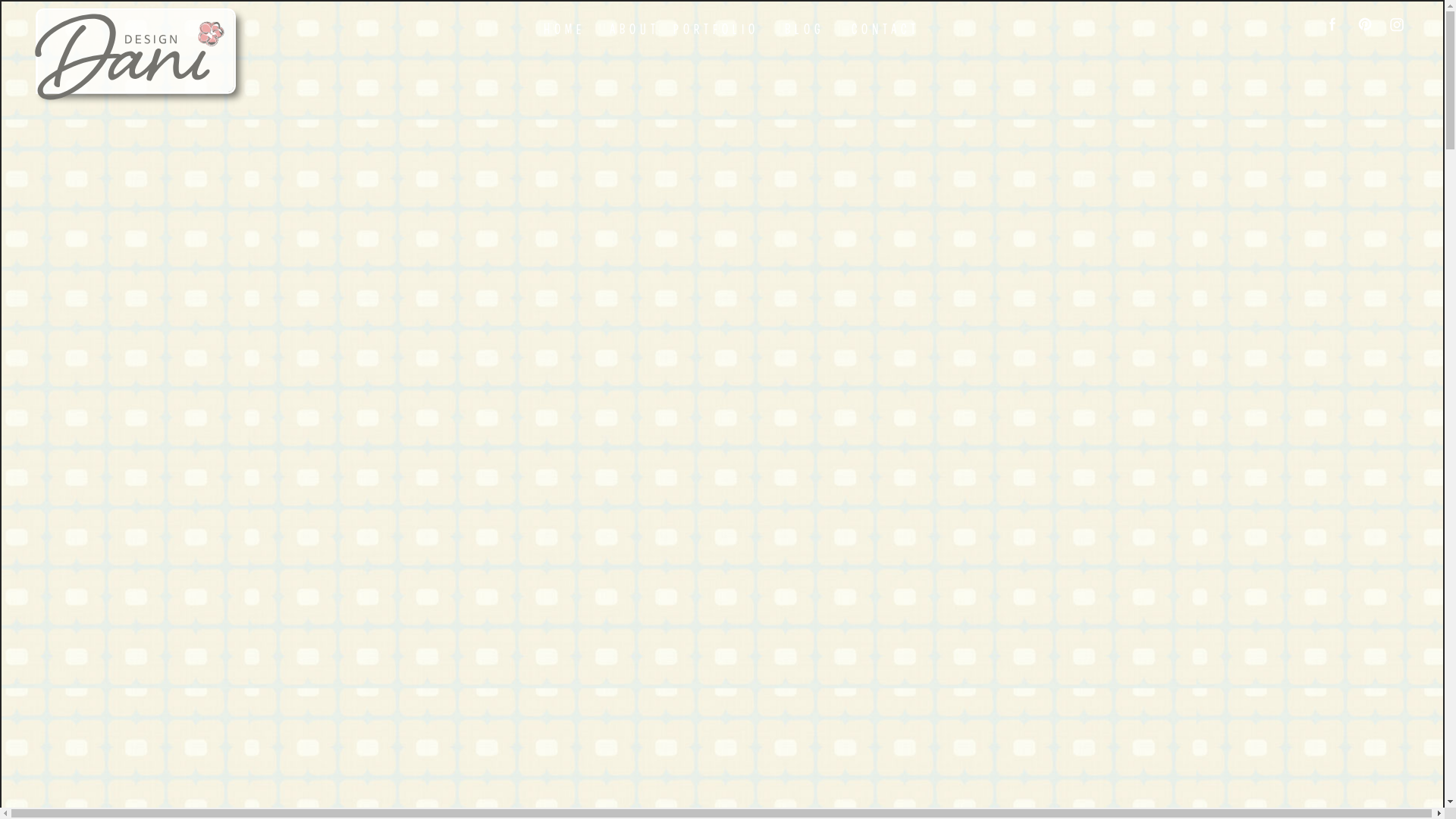 The width and height of the screenshot is (1456, 819). What do you see at coordinates (804, 29) in the screenshot?
I see `'BLOG'` at bounding box center [804, 29].